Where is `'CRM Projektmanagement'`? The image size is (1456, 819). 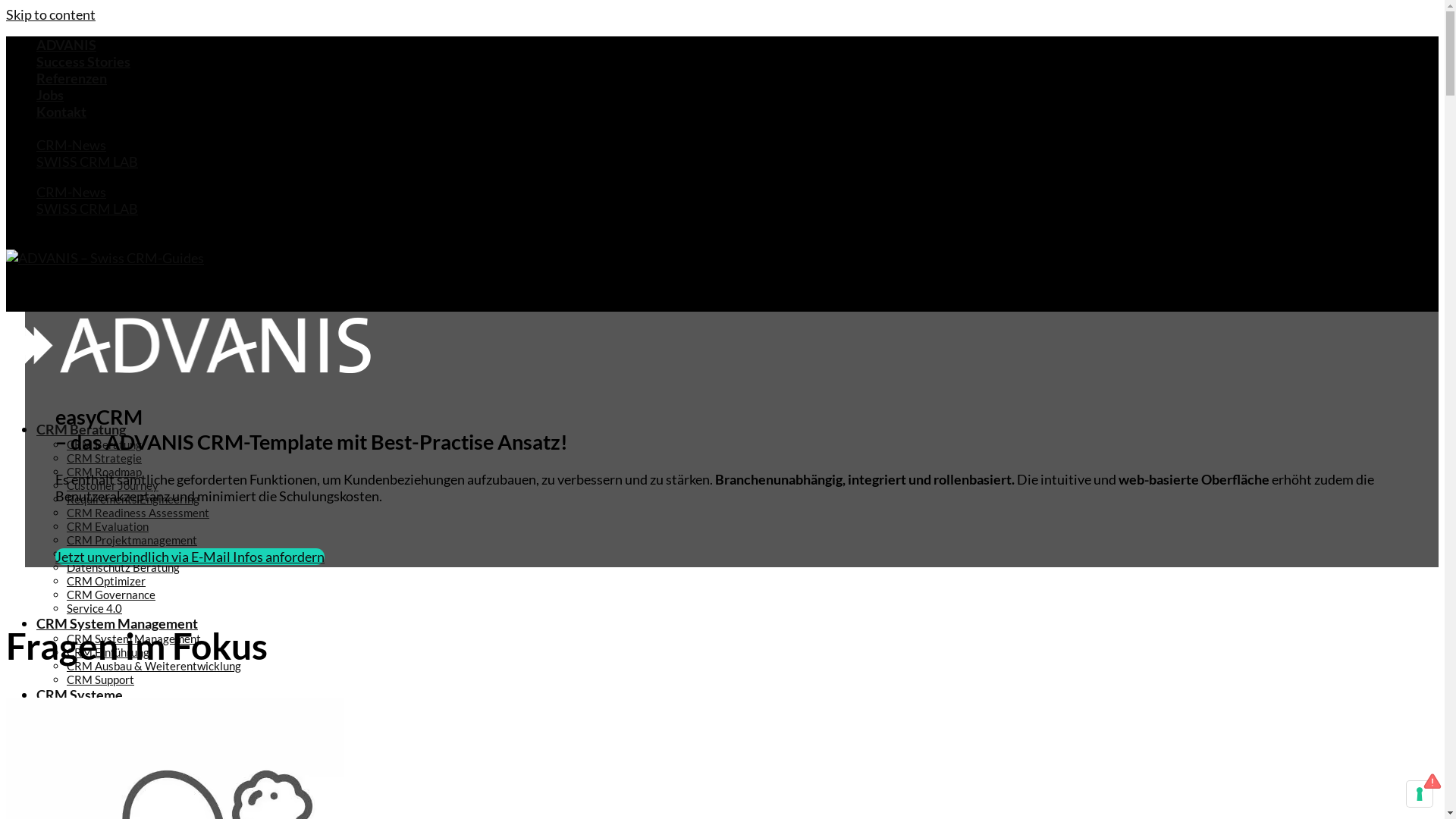
'CRM Projektmanagement' is located at coordinates (131, 539).